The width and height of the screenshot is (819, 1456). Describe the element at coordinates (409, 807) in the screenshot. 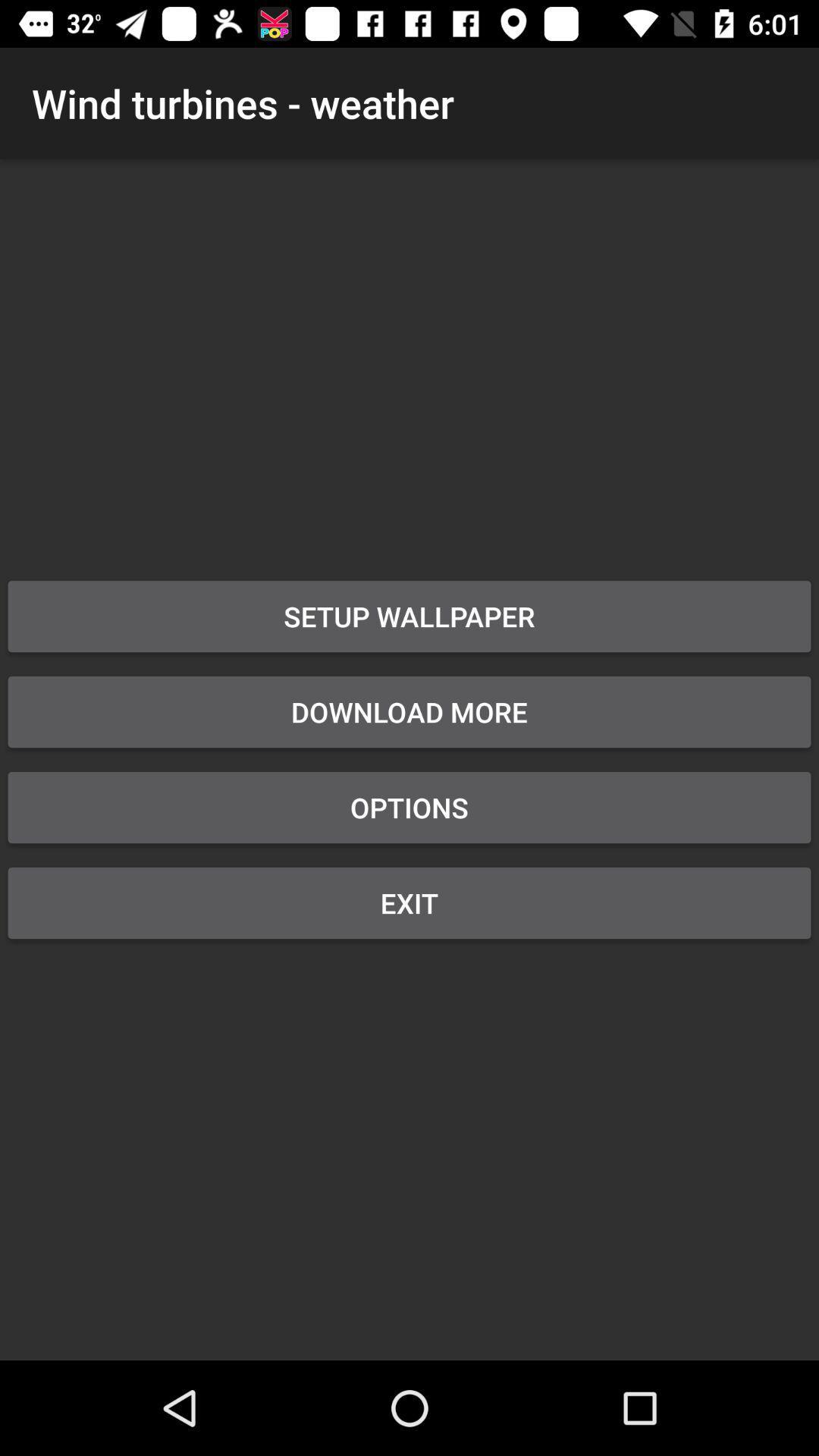

I see `button above exit icon` at that location.